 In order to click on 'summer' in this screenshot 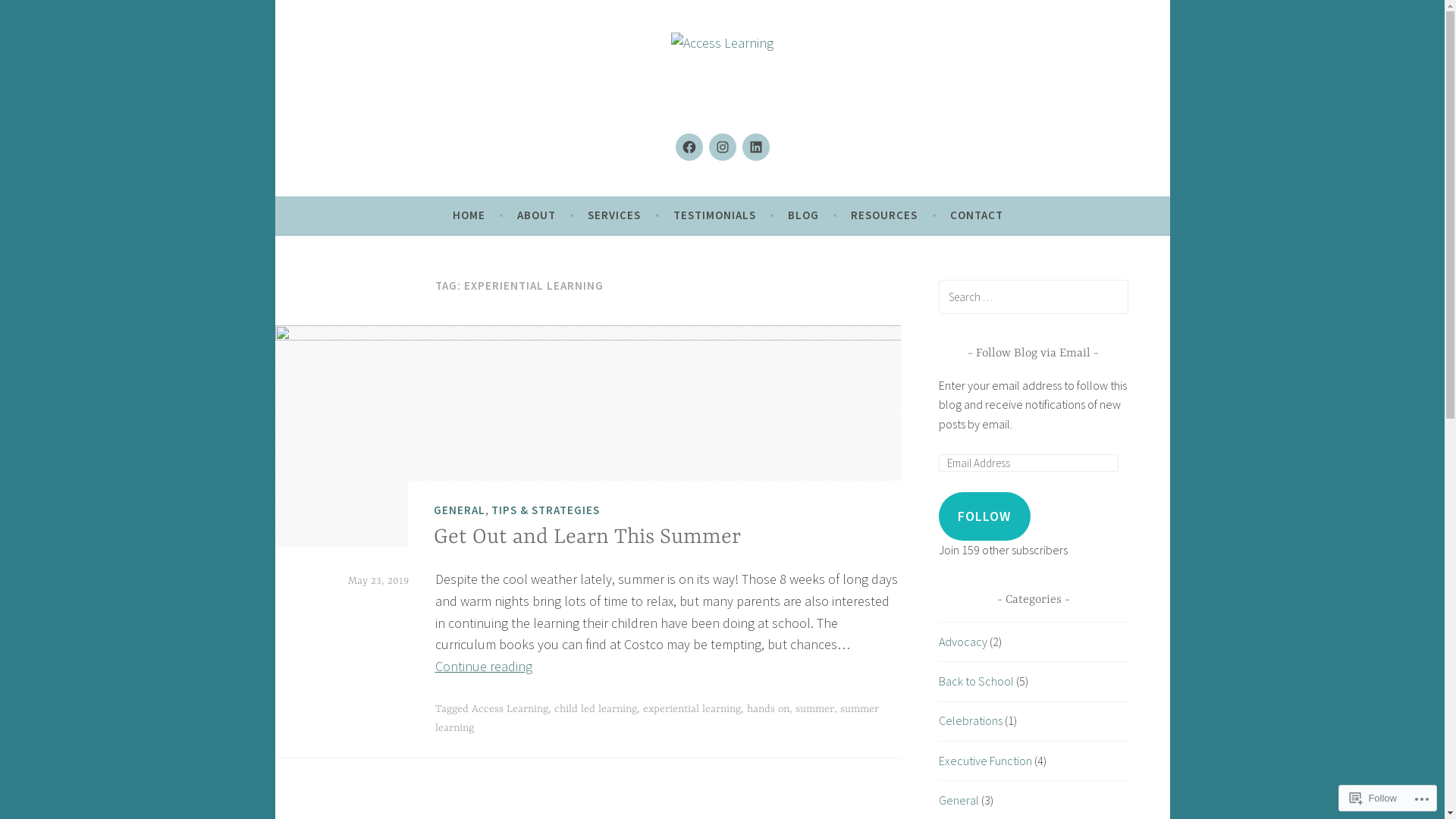, I will do `click(813, 708)`.